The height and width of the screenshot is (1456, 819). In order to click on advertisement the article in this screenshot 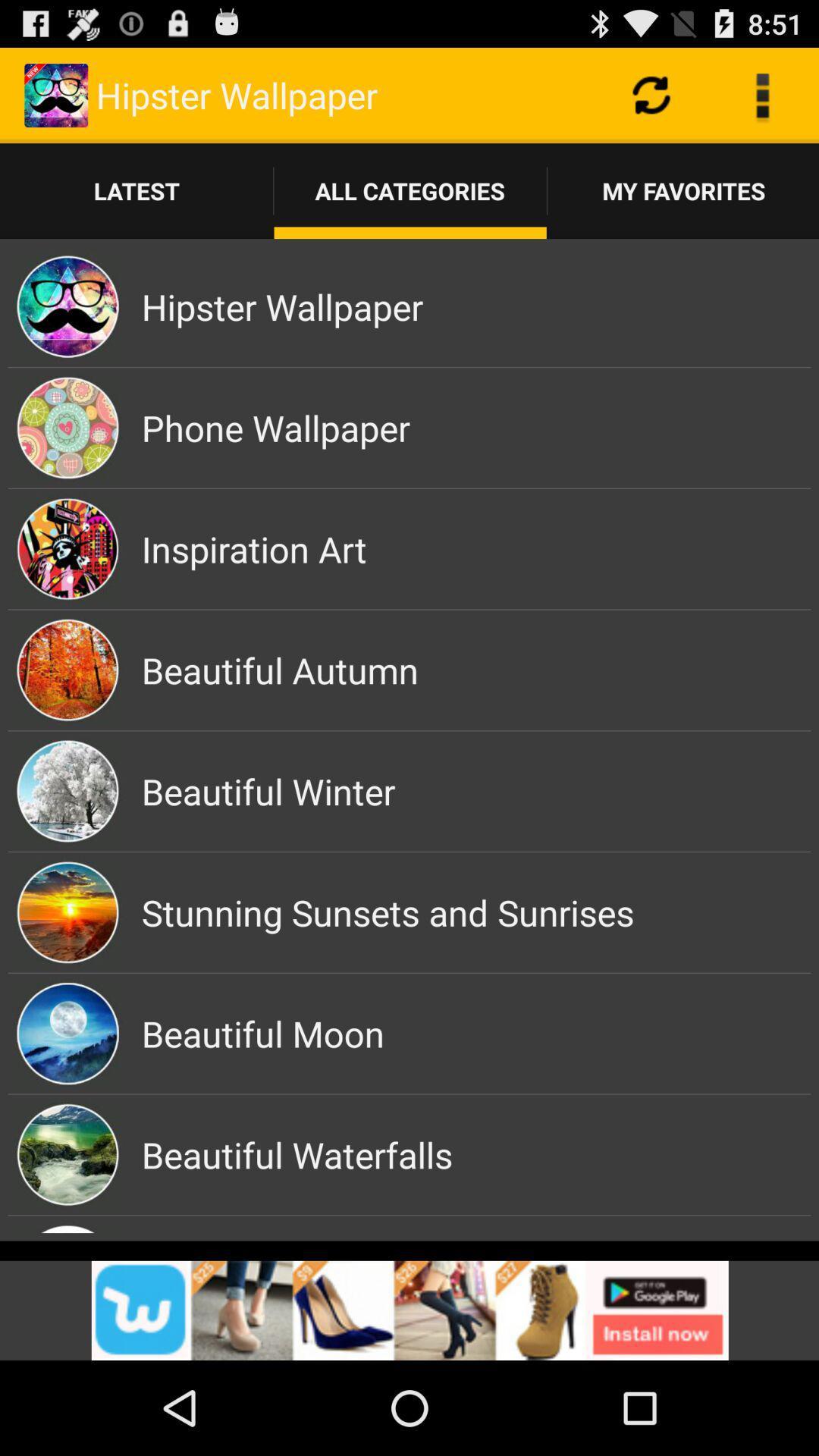, I will do `click(409, 1310)`.